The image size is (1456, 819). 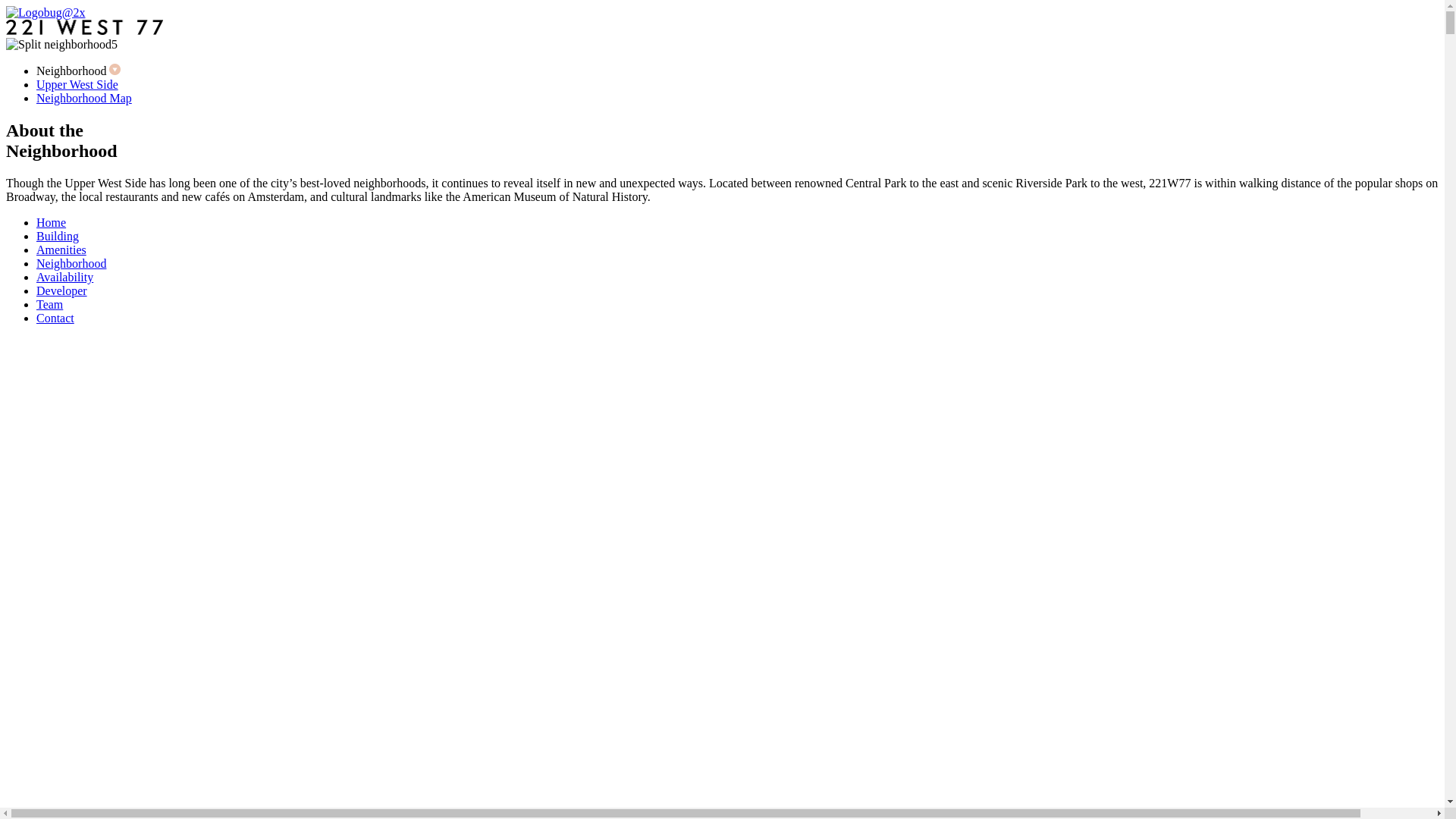 What do you see at coordinates (36, 236) in the screenshot?
I see `'Building'` at bounding box center [36, 236].